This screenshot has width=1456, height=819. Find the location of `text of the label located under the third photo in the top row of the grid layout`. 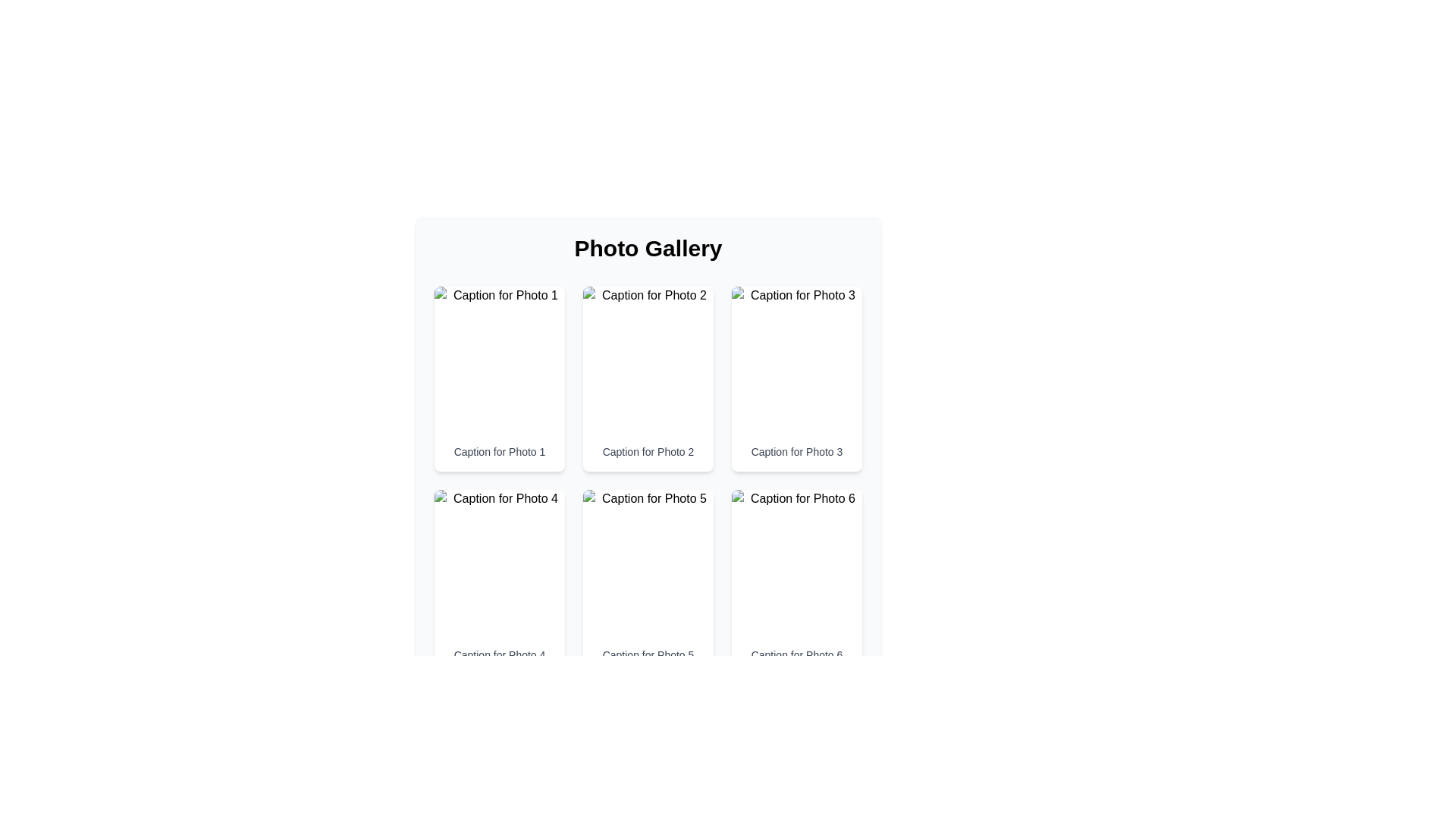

text of the label located under the third photo in the top row of the grid layout is located at coordinates (796, 451).